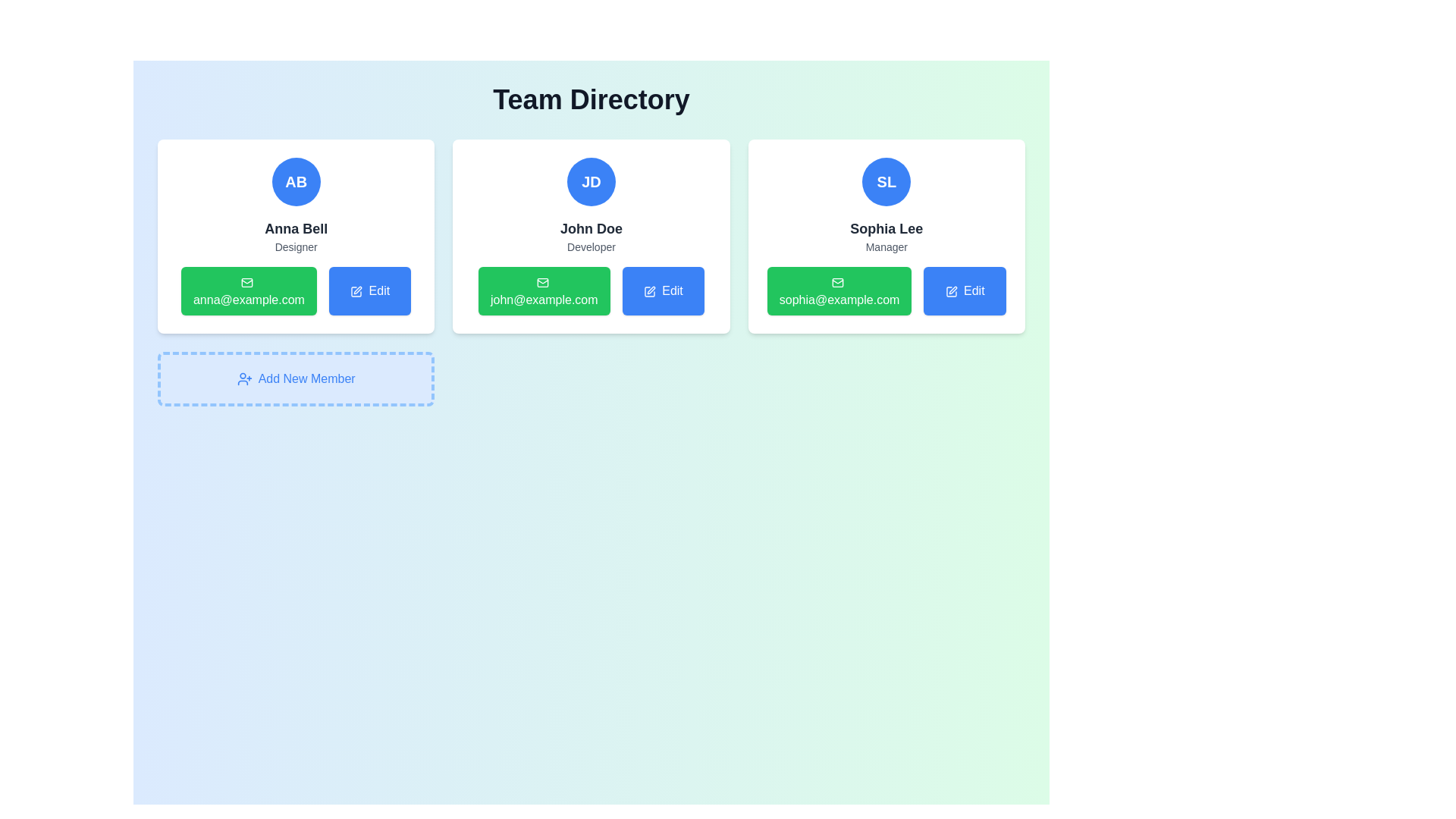 The width and height of the screenshot is (1456, 819). Describe the element at coordinates (590, 246) in the screenshot. I see `the 'Developer' label, which is displayed in a small, gray font and positioned below 'John Doe' in the second profile card of a horizontally centered grid of three cards` at that location.